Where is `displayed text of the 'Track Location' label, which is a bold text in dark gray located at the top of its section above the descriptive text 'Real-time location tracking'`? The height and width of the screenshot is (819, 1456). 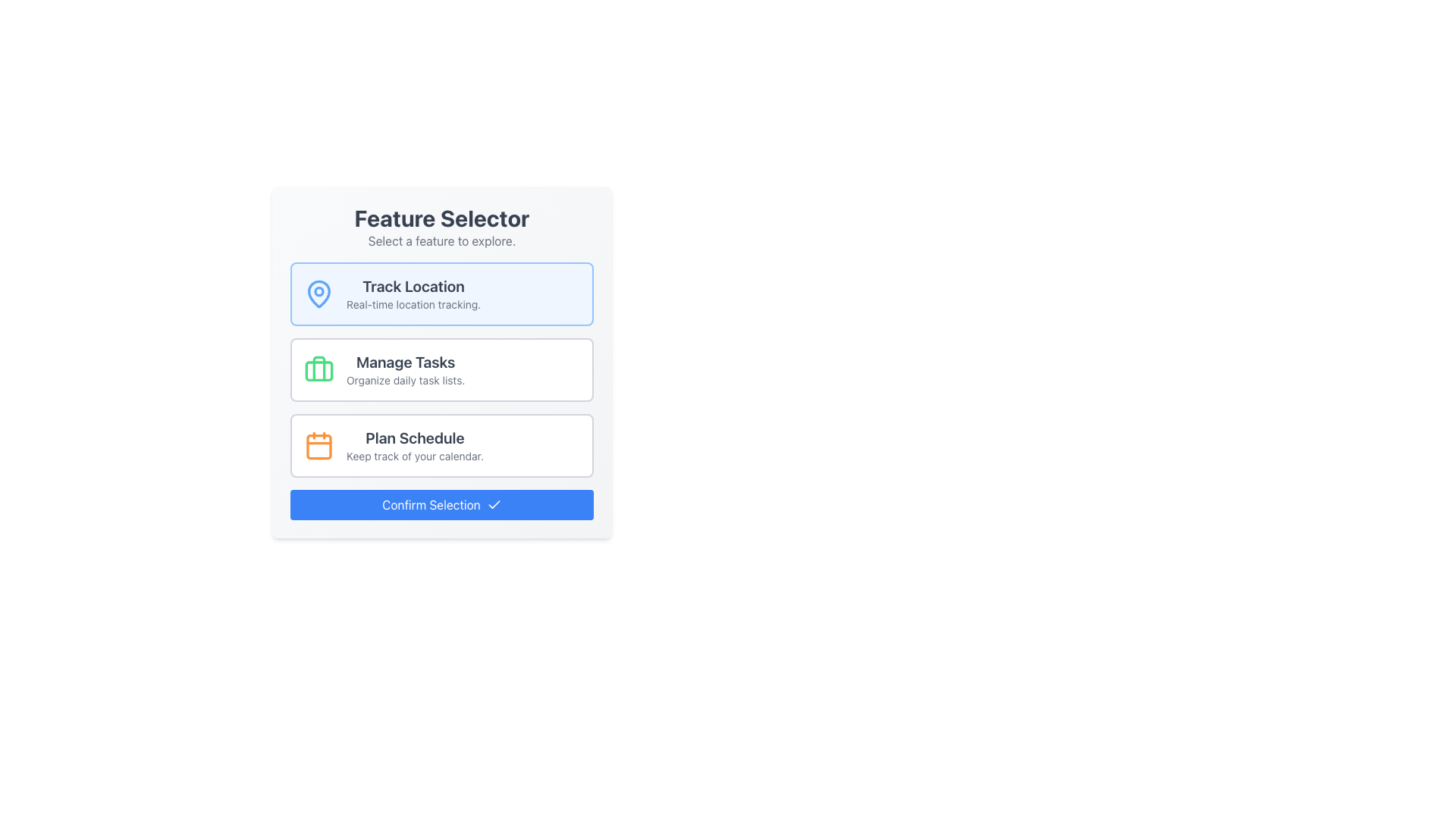
displayed text of the 'Track Location' label, which is a bold text in dark gray located at the top of its section above the descriptive text 'Real-time location tracking' is located at coordinates (413, 287).